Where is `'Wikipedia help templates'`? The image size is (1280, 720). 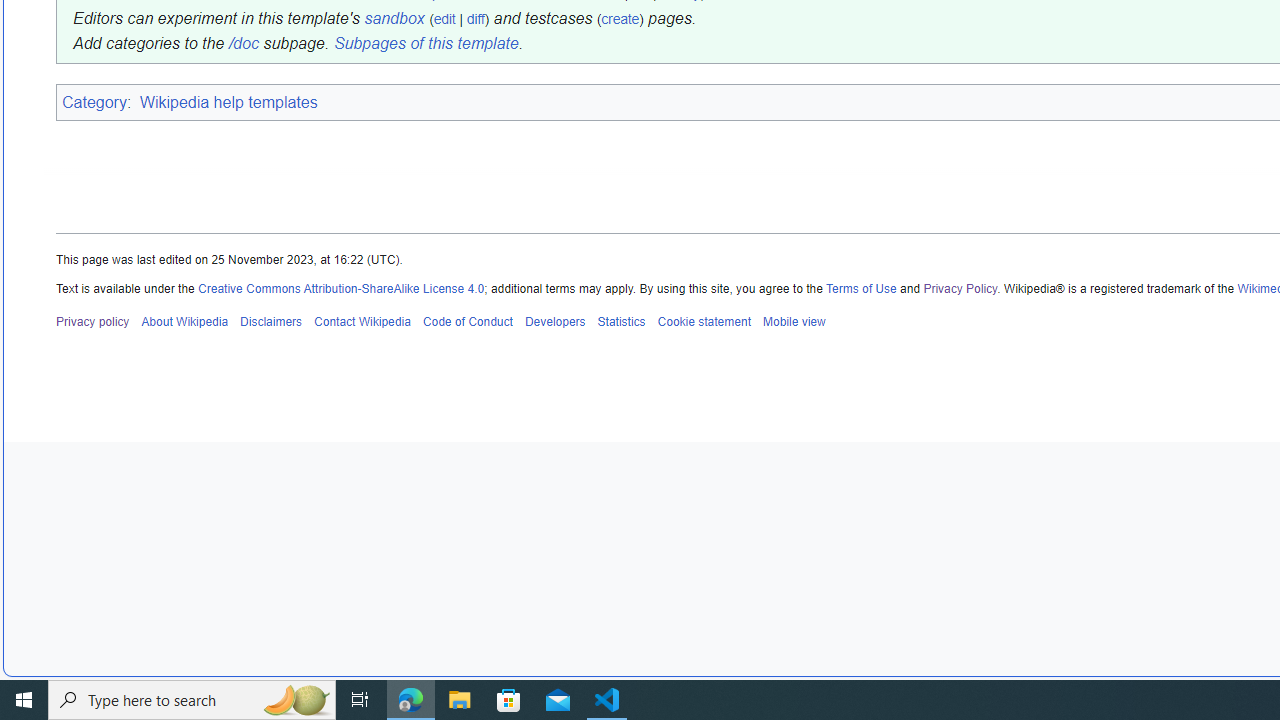 'Wikipedia help templates' is located at coordinates (230, 102).